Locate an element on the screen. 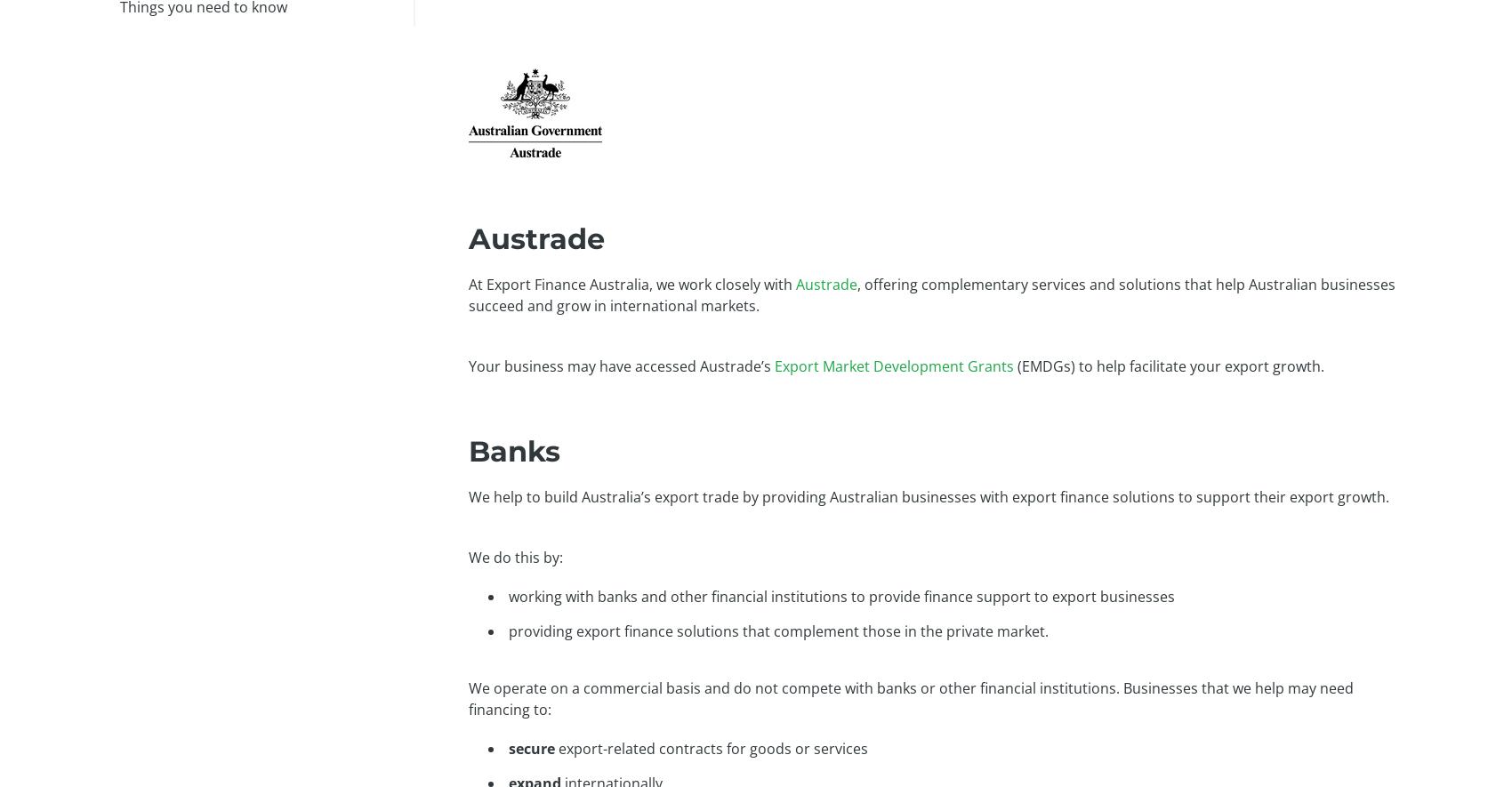  'Small Business Export Loan' is located at coordinates (603, 129).